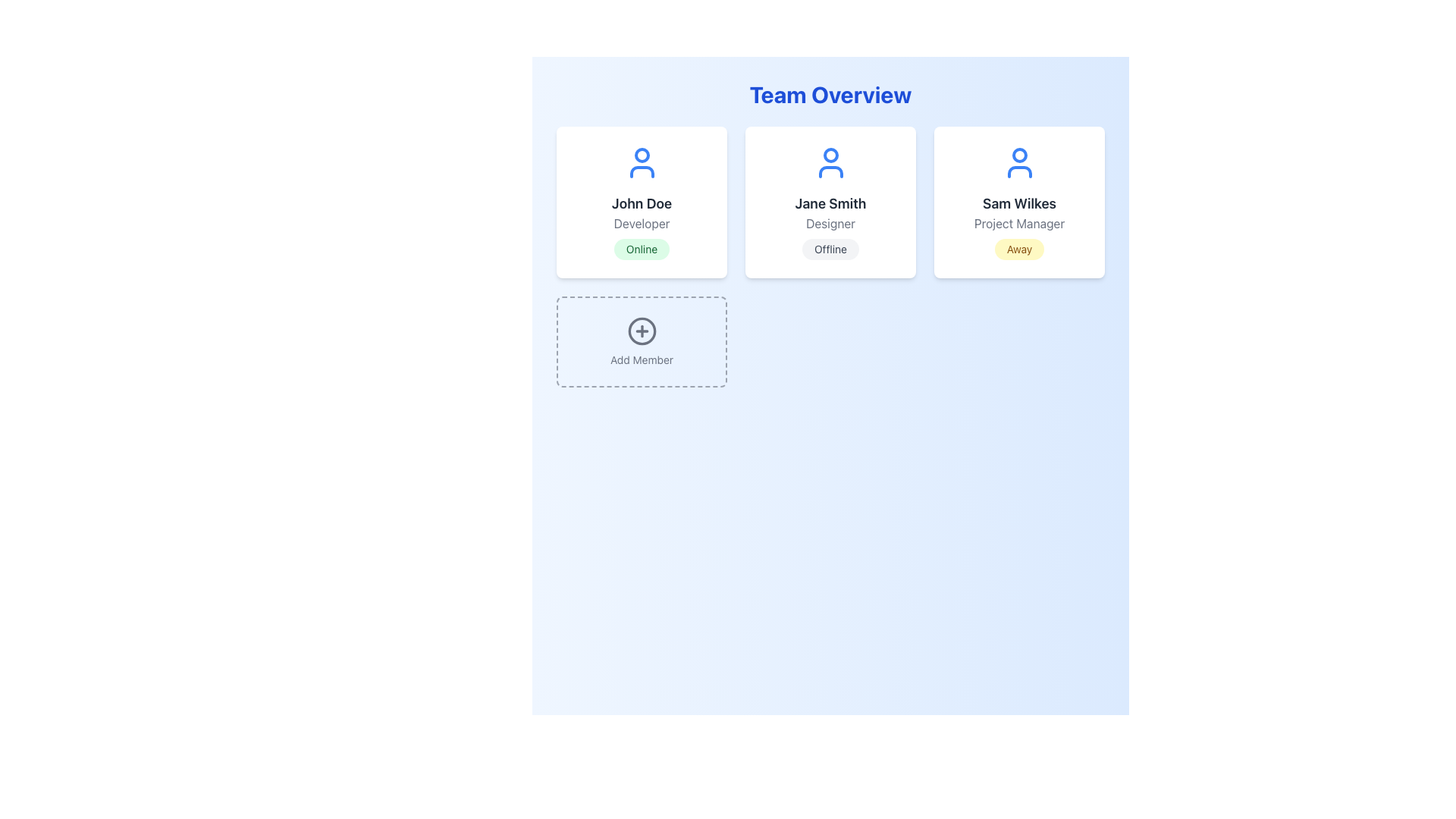 Image resolution: width=1456 pixels, height=819 pixels. What do you see at coordinates (642, 155) in the screenshot?
I see `the circular decorative icon representing John Doe's user status within the Team Overview section` at bounding box center [642, 155].